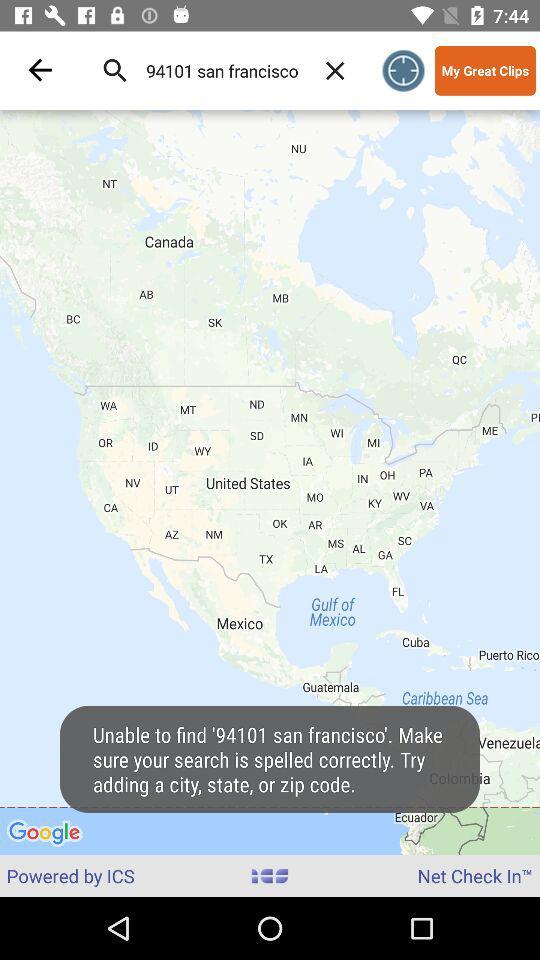 The image size is (540, 960). I want to click on the icon to the right of 94101 san francisco item, so click(335, 70).